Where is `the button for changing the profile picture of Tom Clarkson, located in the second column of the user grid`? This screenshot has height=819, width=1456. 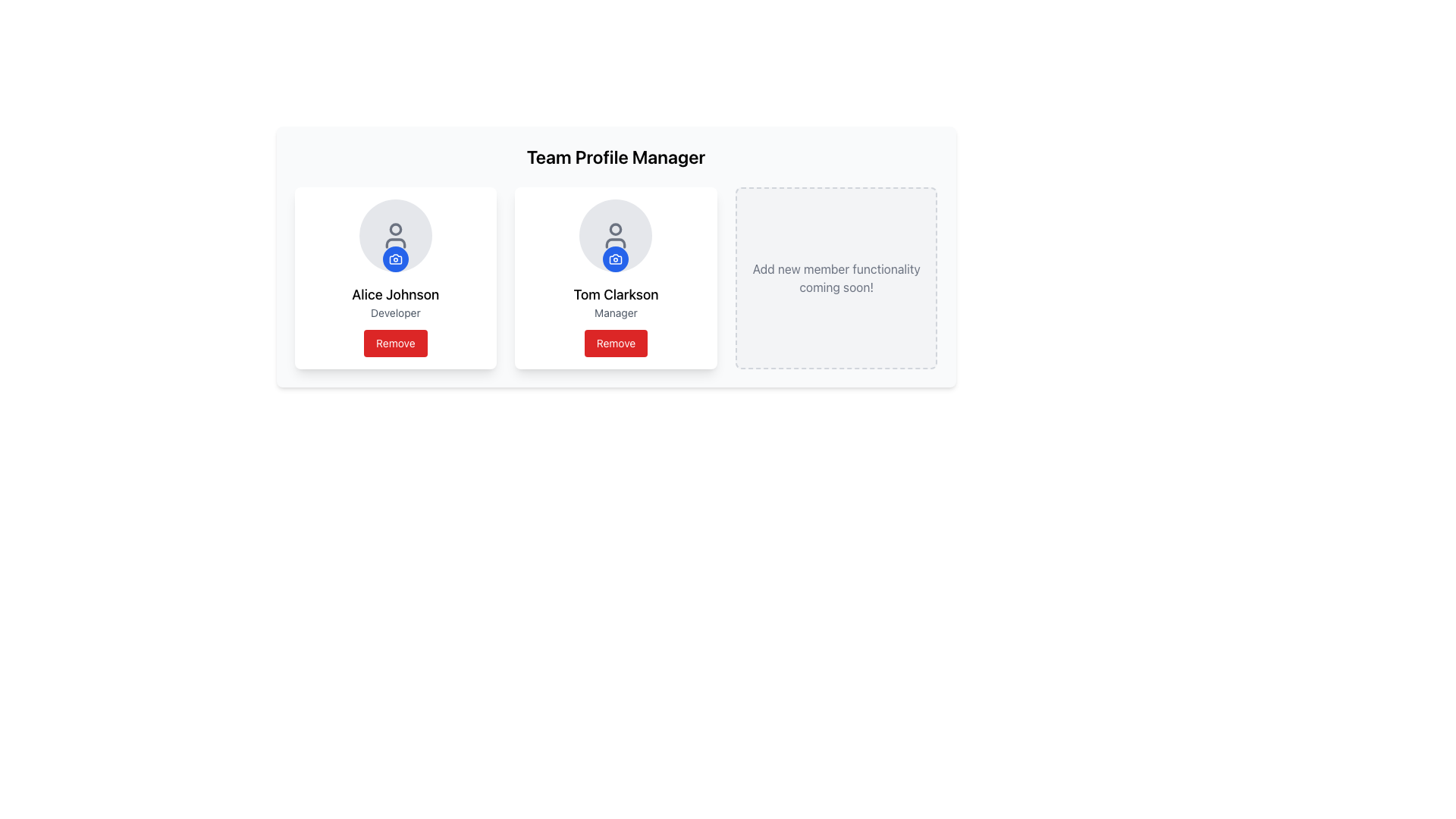
the button for changing the profile picture of Tom Clarkson, located in the second column of the user grid is located at coordinates (616, 259).